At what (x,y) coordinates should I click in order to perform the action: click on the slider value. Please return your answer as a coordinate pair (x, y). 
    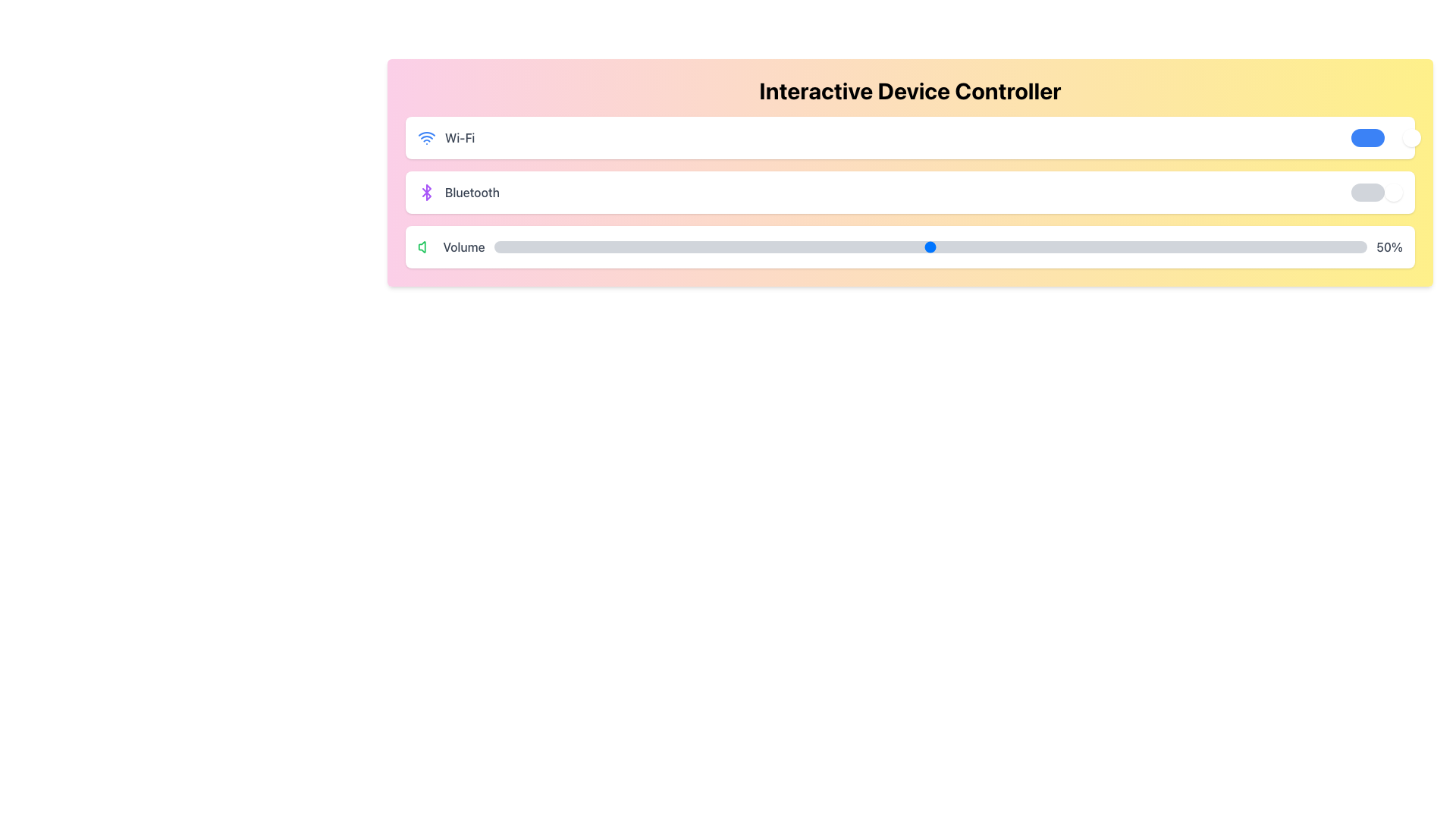
    Looking at the image, I should click on (912, 240).